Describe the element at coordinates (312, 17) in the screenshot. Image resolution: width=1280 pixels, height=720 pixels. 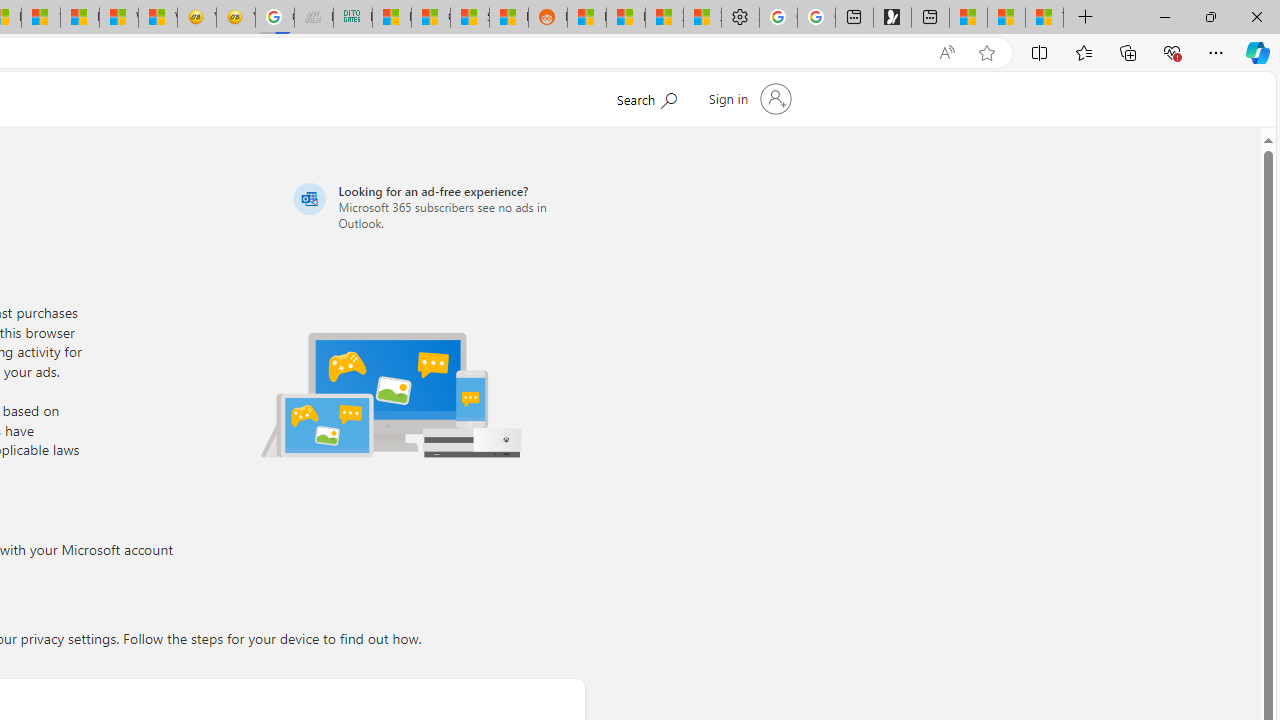
I see `'Navy Quest'` at that location.